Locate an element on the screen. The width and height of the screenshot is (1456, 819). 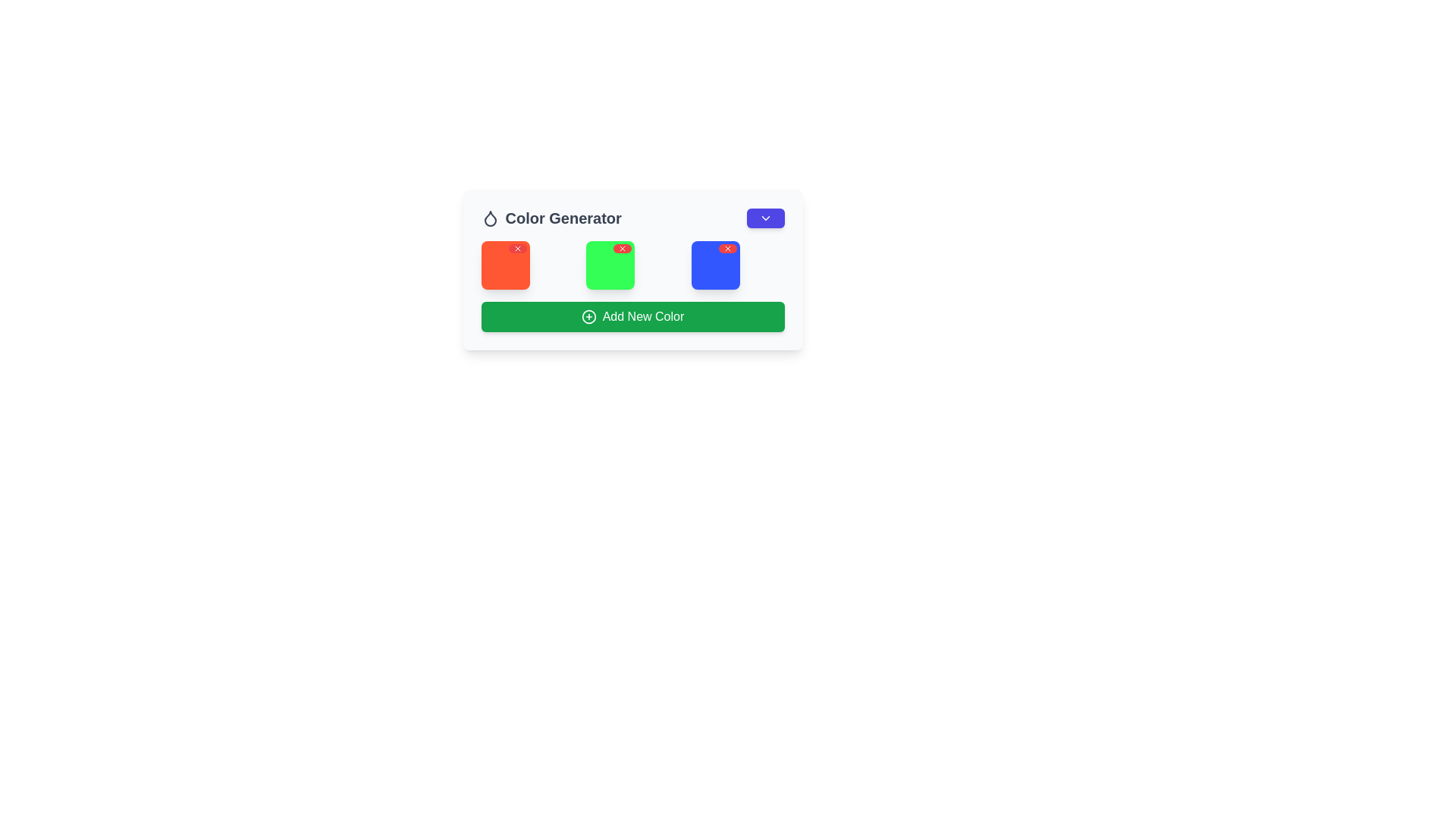
the droplet icon representing the 'Color Generator' functionality, located in the header component before the text 'Color Generator' is located at coordinates (490, 218).